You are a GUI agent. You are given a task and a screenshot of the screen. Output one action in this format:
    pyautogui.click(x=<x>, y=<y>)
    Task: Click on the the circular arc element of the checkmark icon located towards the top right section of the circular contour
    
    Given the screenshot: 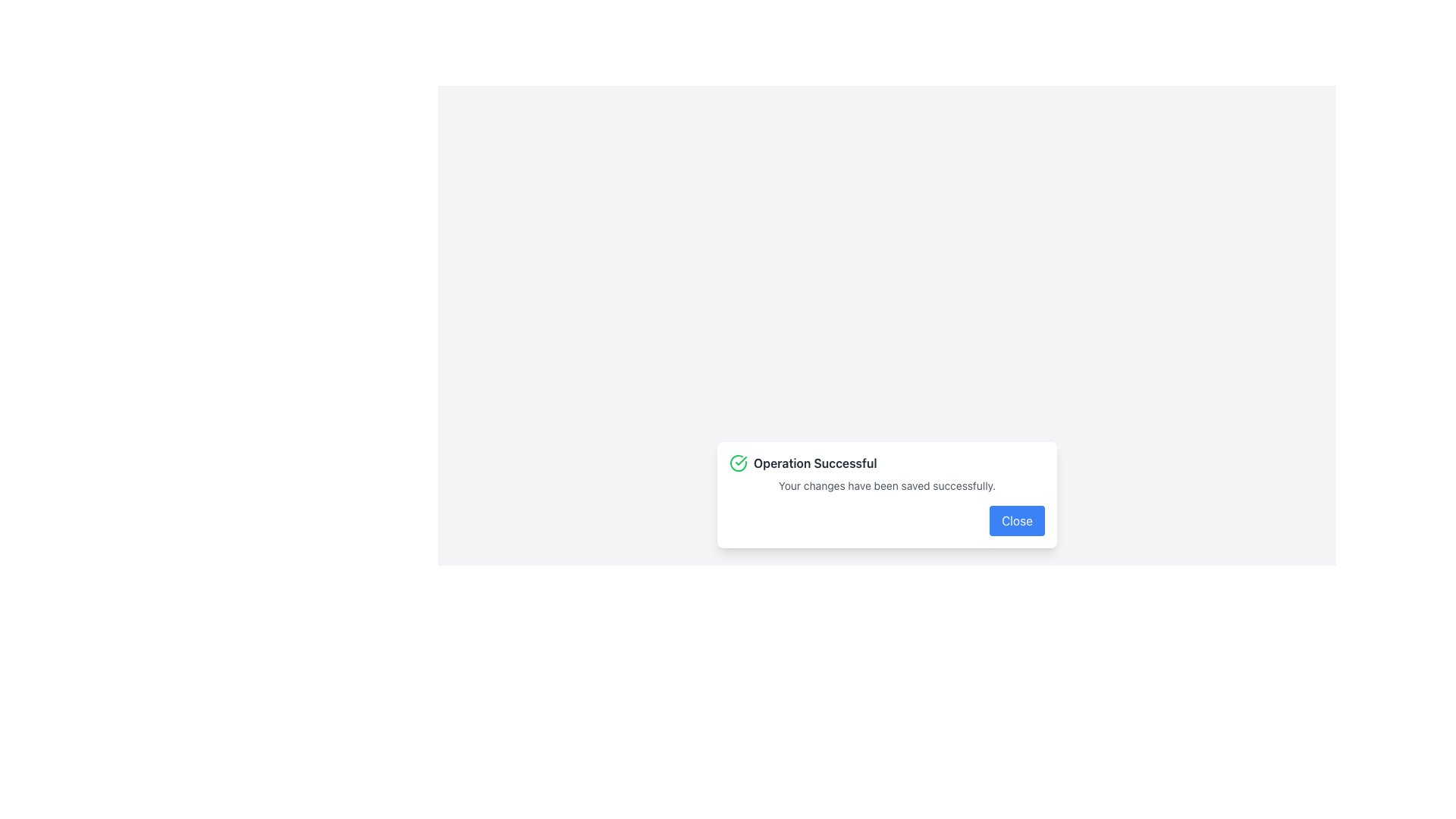 What is the action you would take?
    pyautogui.click(x=739, y=462)
    